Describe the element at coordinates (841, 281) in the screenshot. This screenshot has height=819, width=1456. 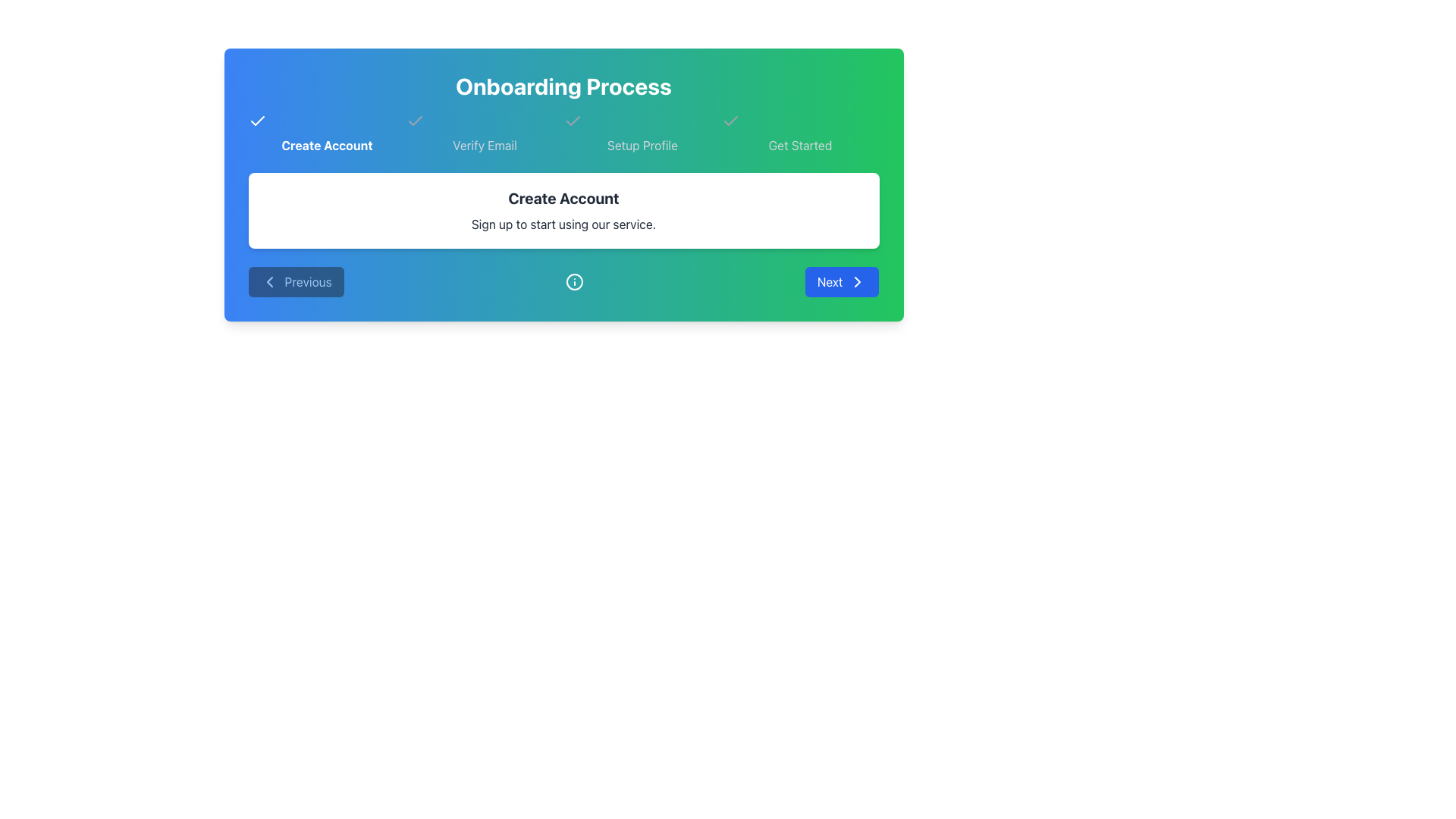
I see `the navigation button located at the bottom-right of the interface to proceed to the next step in the multi-step process` at that location.